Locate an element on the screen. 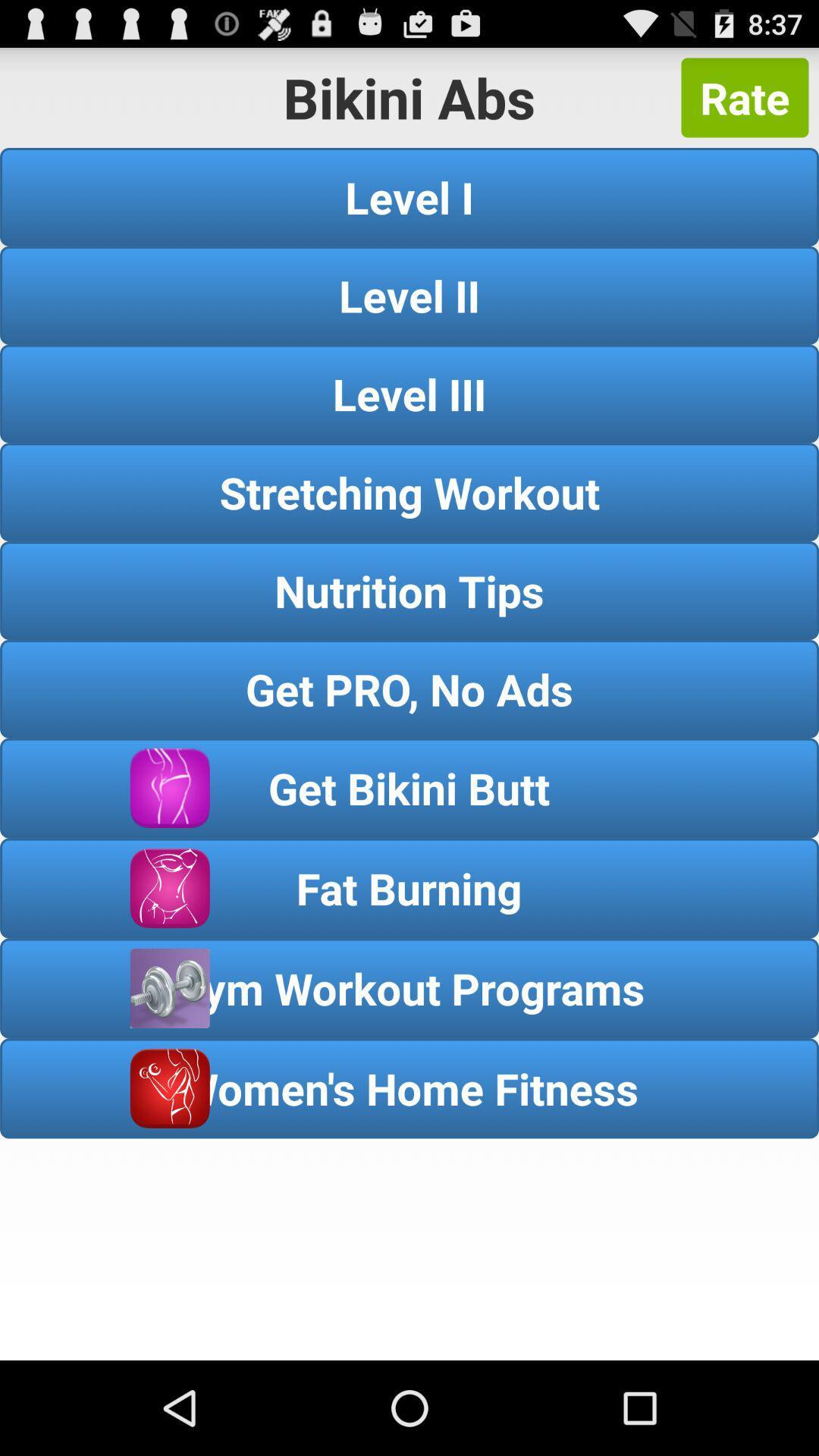 This screenshot has width=819, height=1456. the app next to the bikini abs app is located at coordinates (744, 97).